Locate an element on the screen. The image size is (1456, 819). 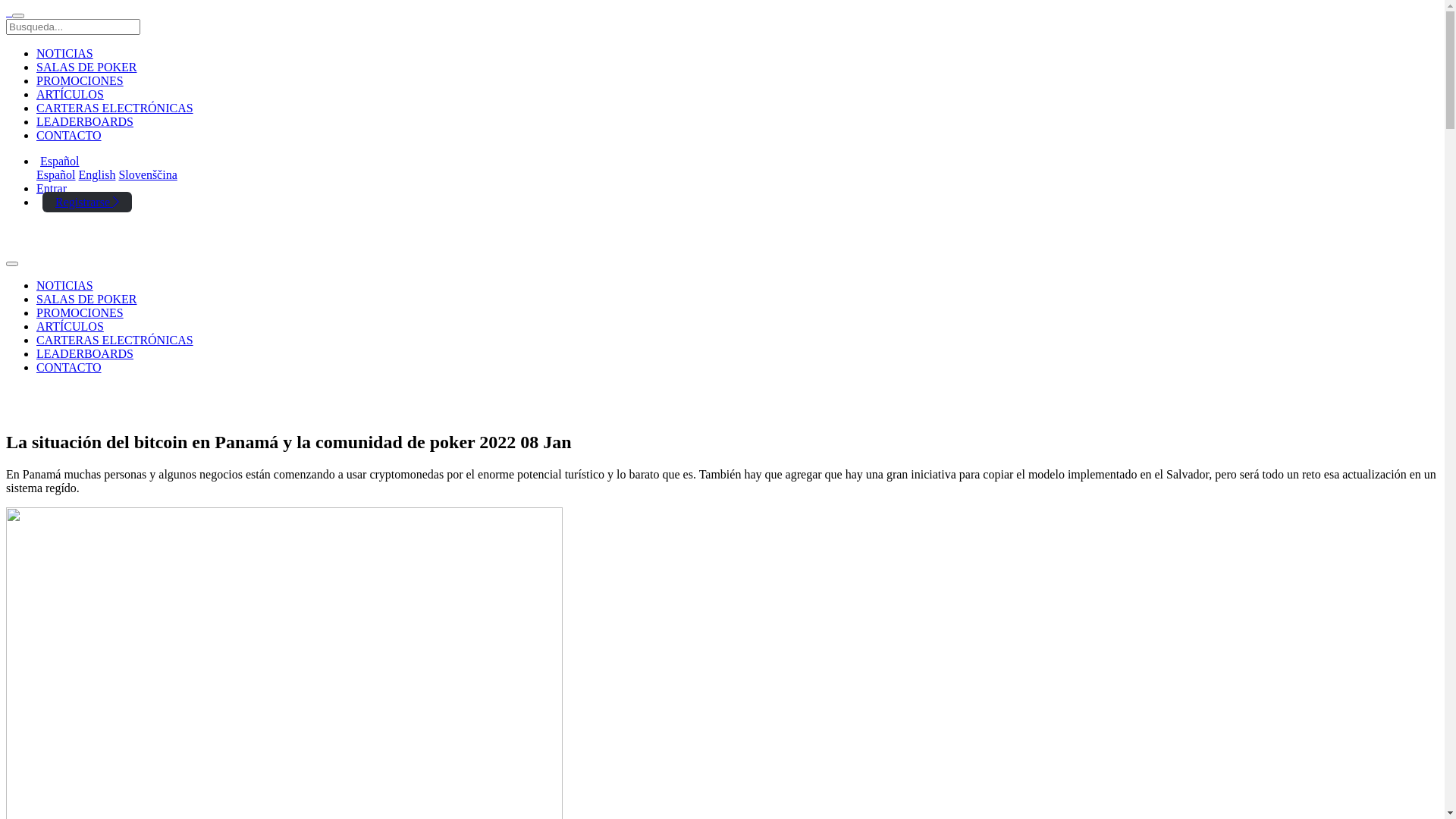
'LEADERBOARDS' is located at coordinates (36, 353).